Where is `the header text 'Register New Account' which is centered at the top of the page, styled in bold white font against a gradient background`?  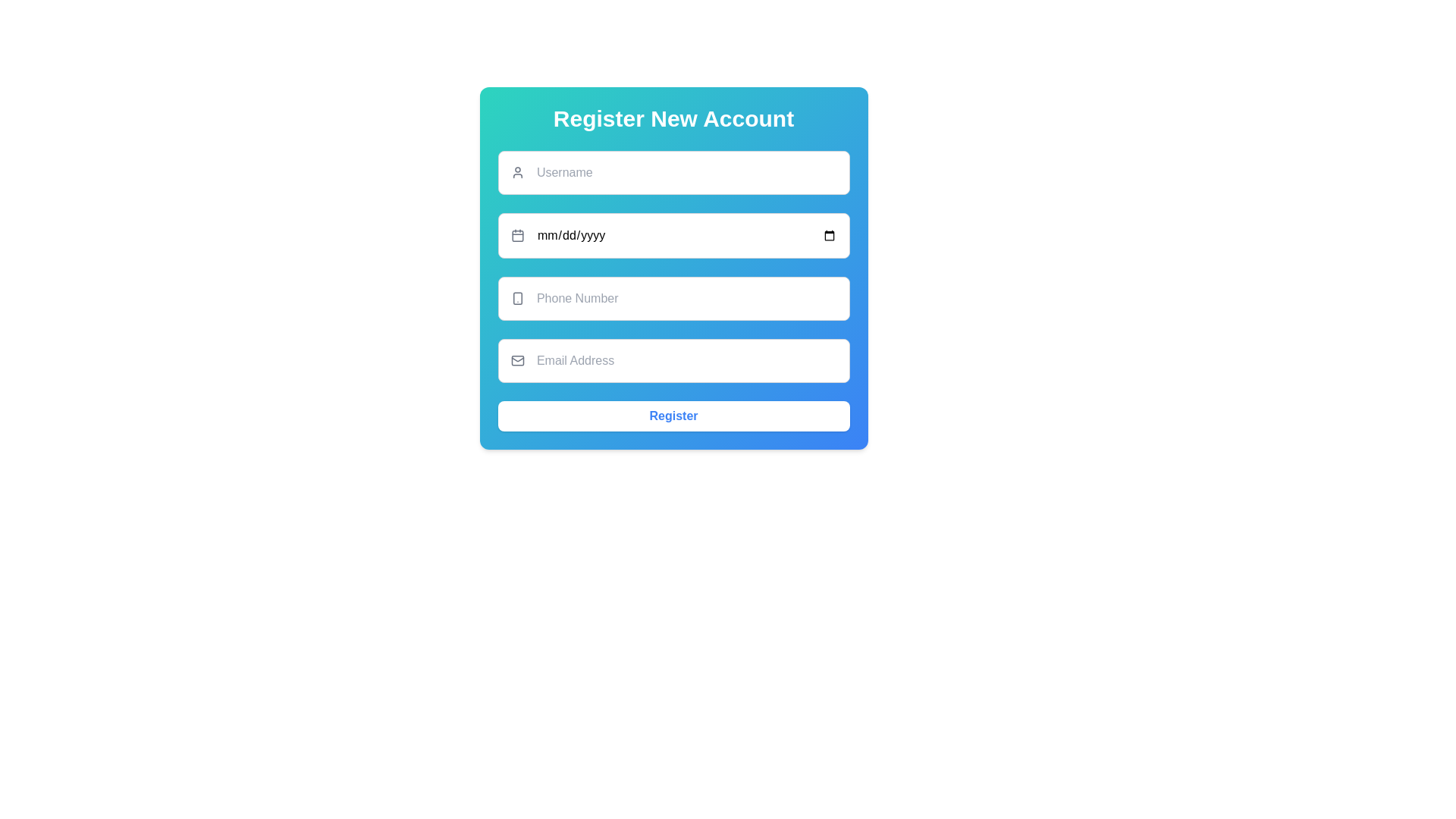 the header text 'Register New Account' which is centered at the top of the page, styled in bold white font against a gradient background is located at coordinates (673, 118).